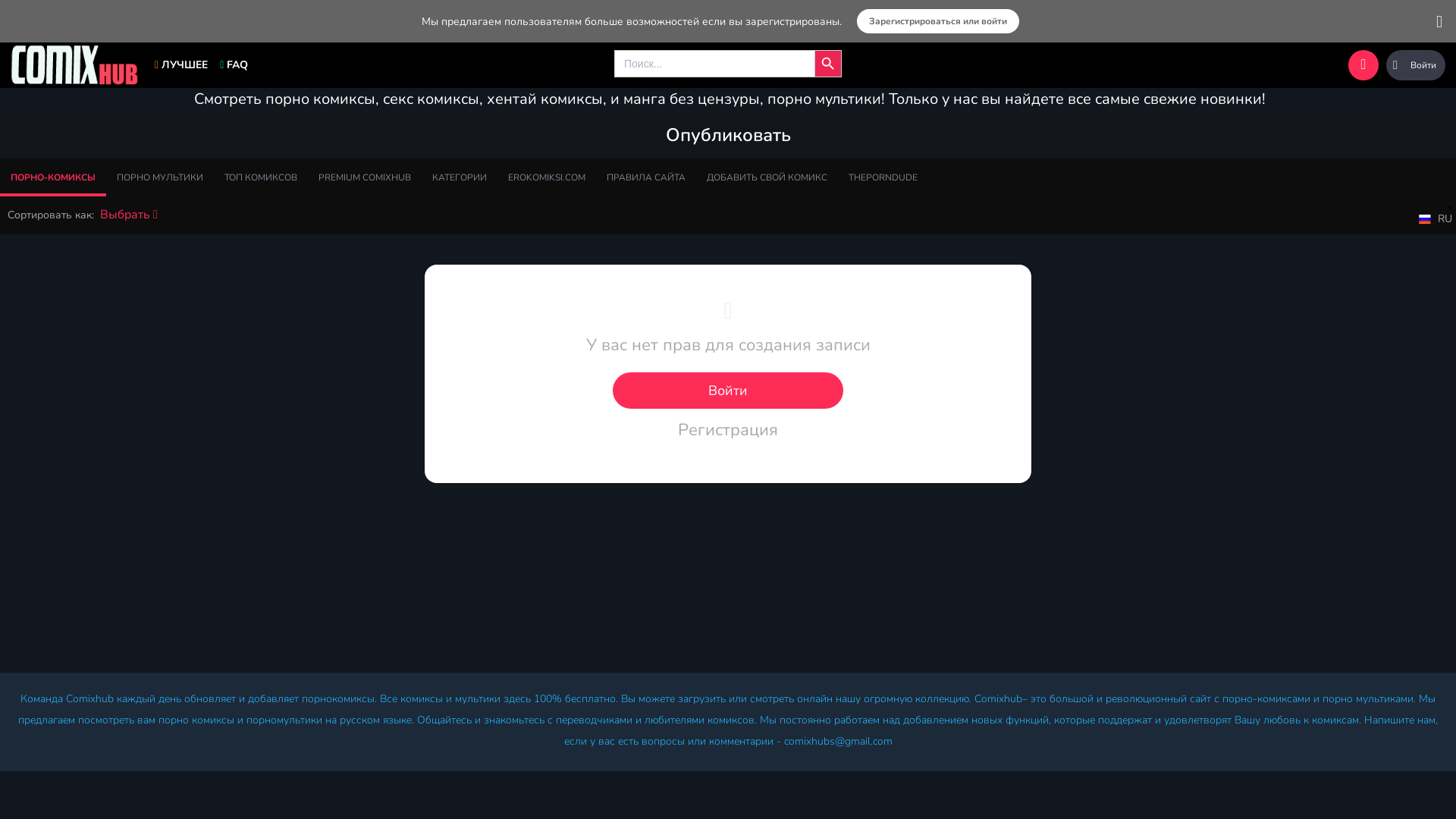 The width and height of the screenshot is (1456, 819). What do you see at coordinates (233, 64) in the screenshot?
I see `'FAQ'` at bounding box center [233, 64].